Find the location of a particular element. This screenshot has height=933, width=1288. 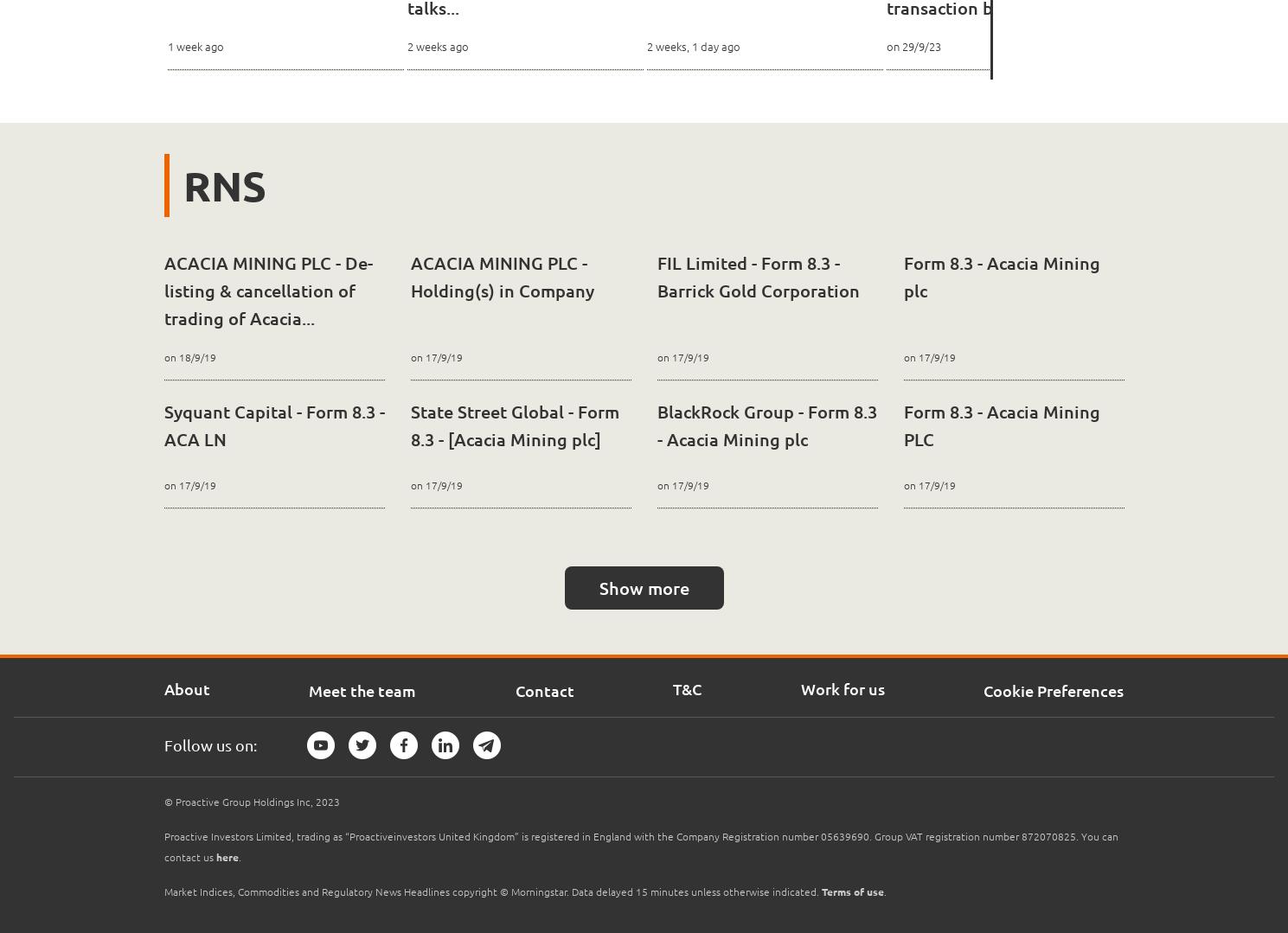

'Contact' is located at coordinates (542, 689).